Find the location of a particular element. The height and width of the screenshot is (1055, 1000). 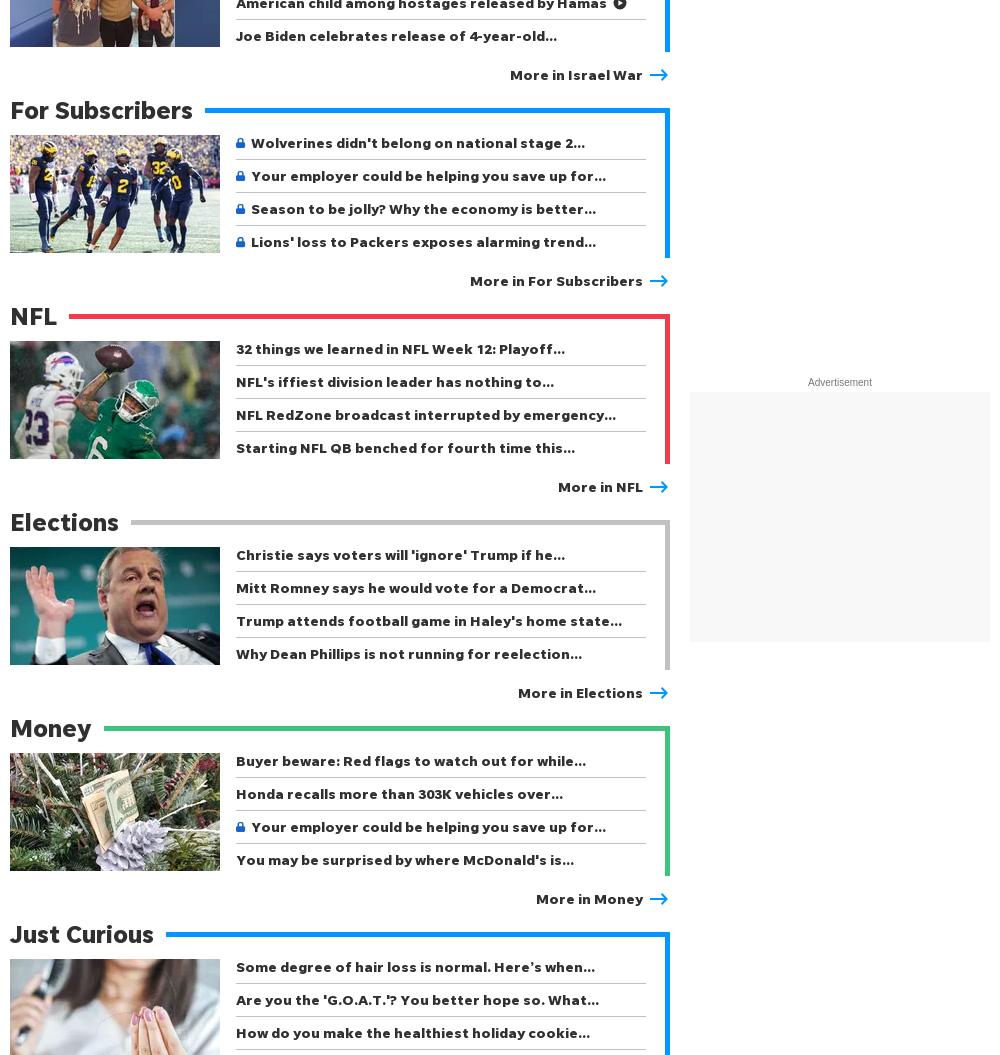

'32 things we learned in NFL Week 12: Playoff…' is located at coordinates (235, 347).